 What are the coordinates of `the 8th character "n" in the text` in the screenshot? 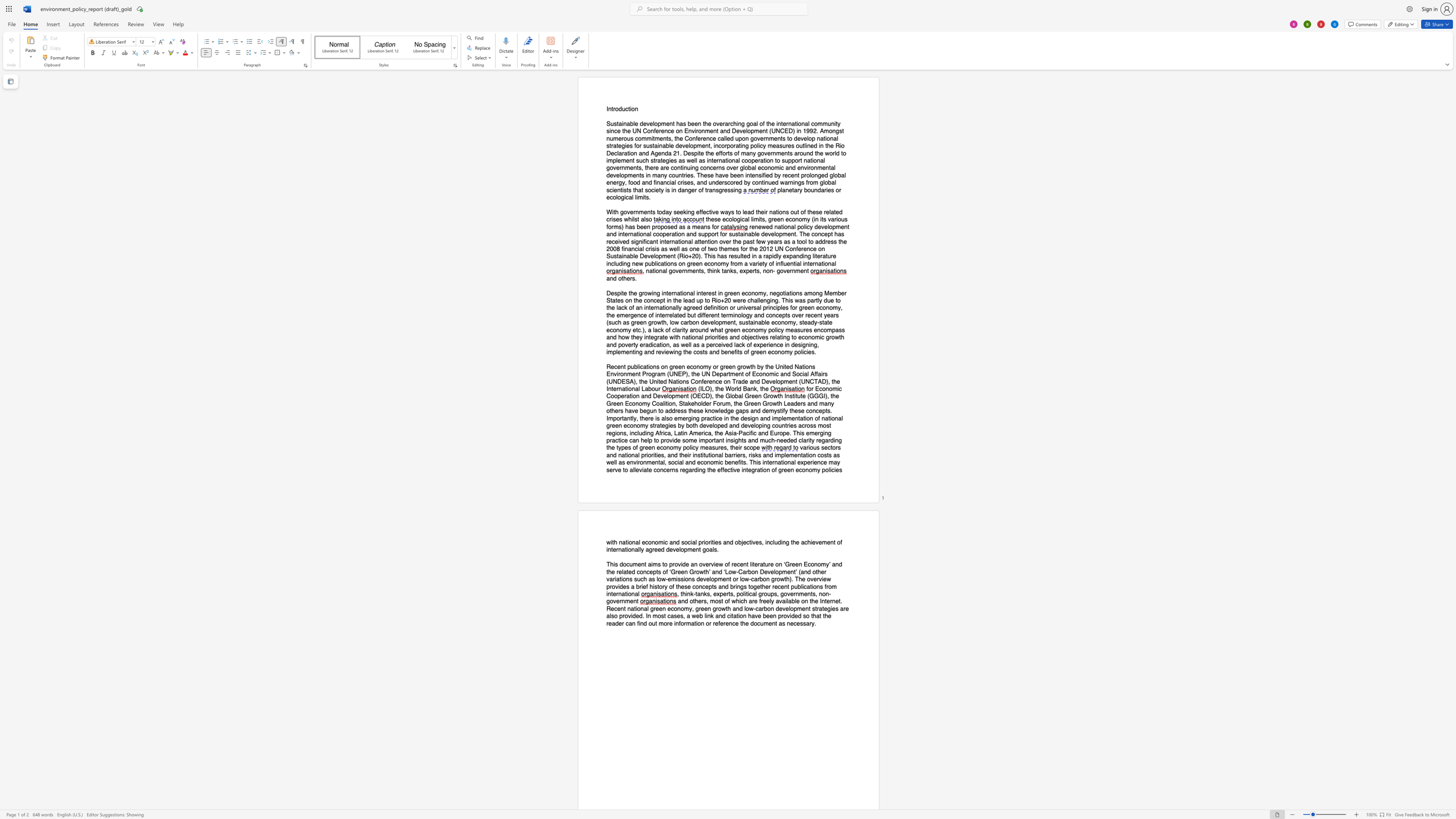 It's located at (644, 571).